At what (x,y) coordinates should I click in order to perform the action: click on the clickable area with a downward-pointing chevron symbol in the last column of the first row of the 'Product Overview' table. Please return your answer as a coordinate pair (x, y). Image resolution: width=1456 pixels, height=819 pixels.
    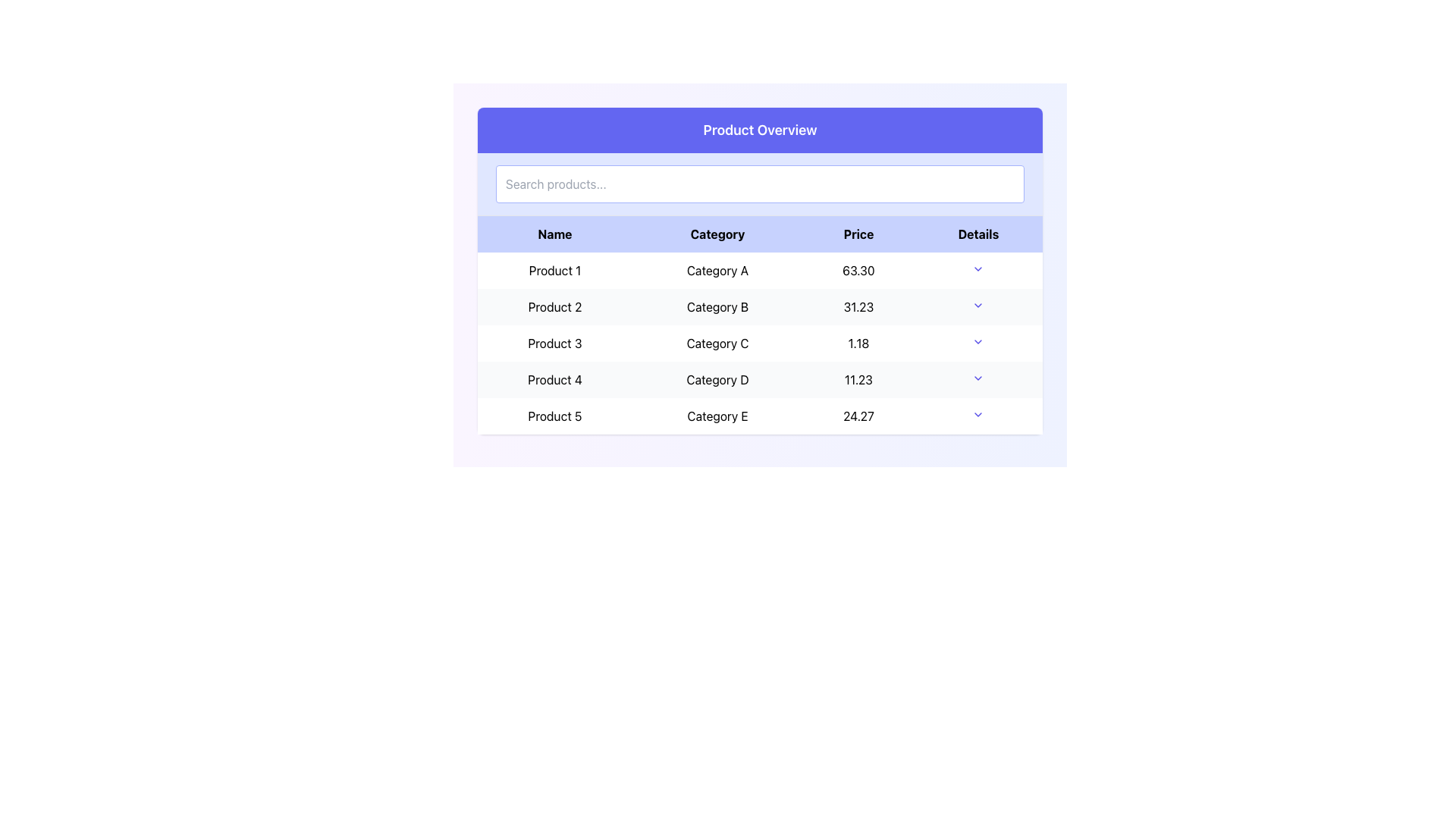
    Looking at the image, I should click on (978, 270).